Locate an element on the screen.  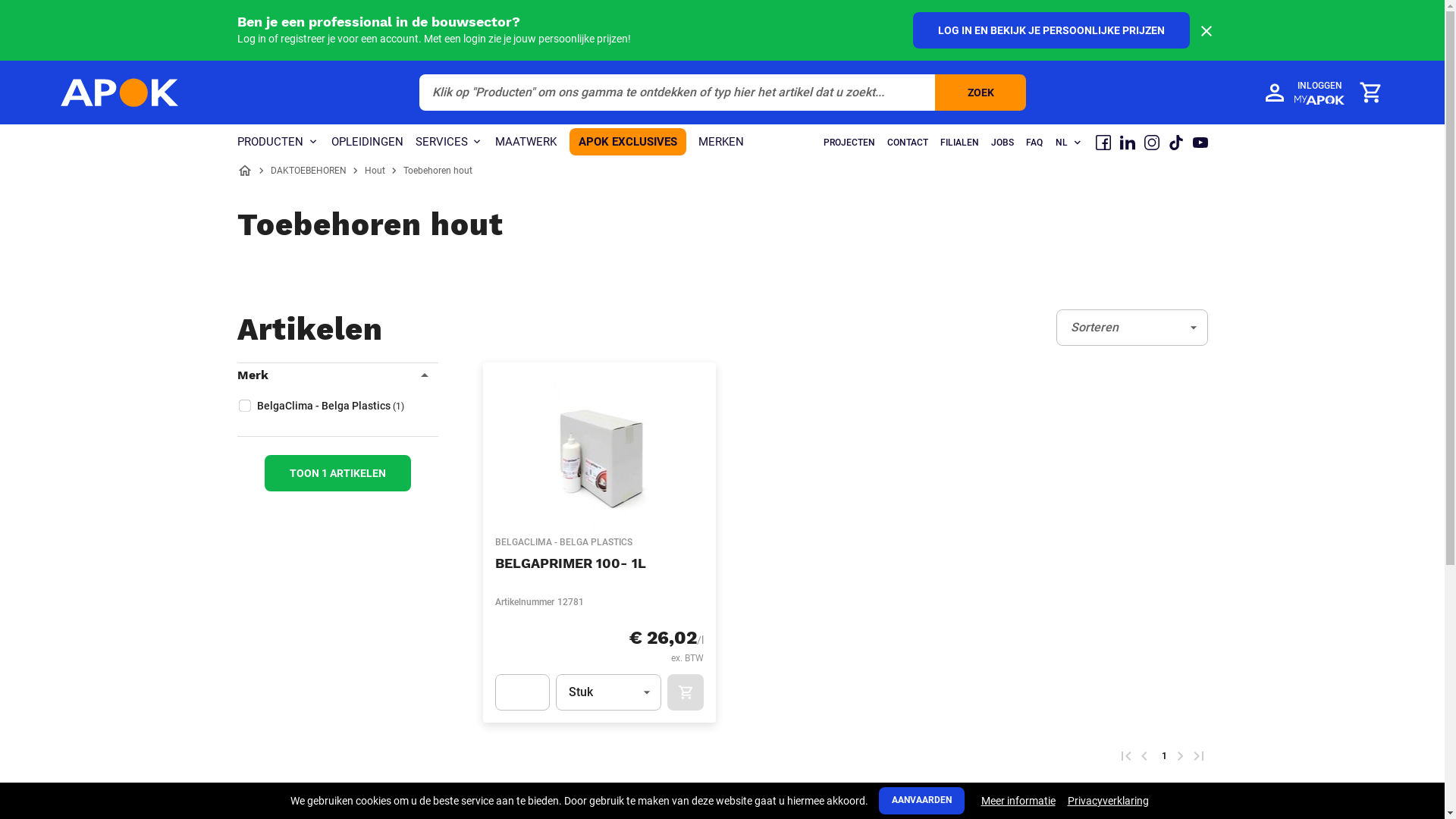
'INLOGGEN' is located at coordinates (1302, 93).